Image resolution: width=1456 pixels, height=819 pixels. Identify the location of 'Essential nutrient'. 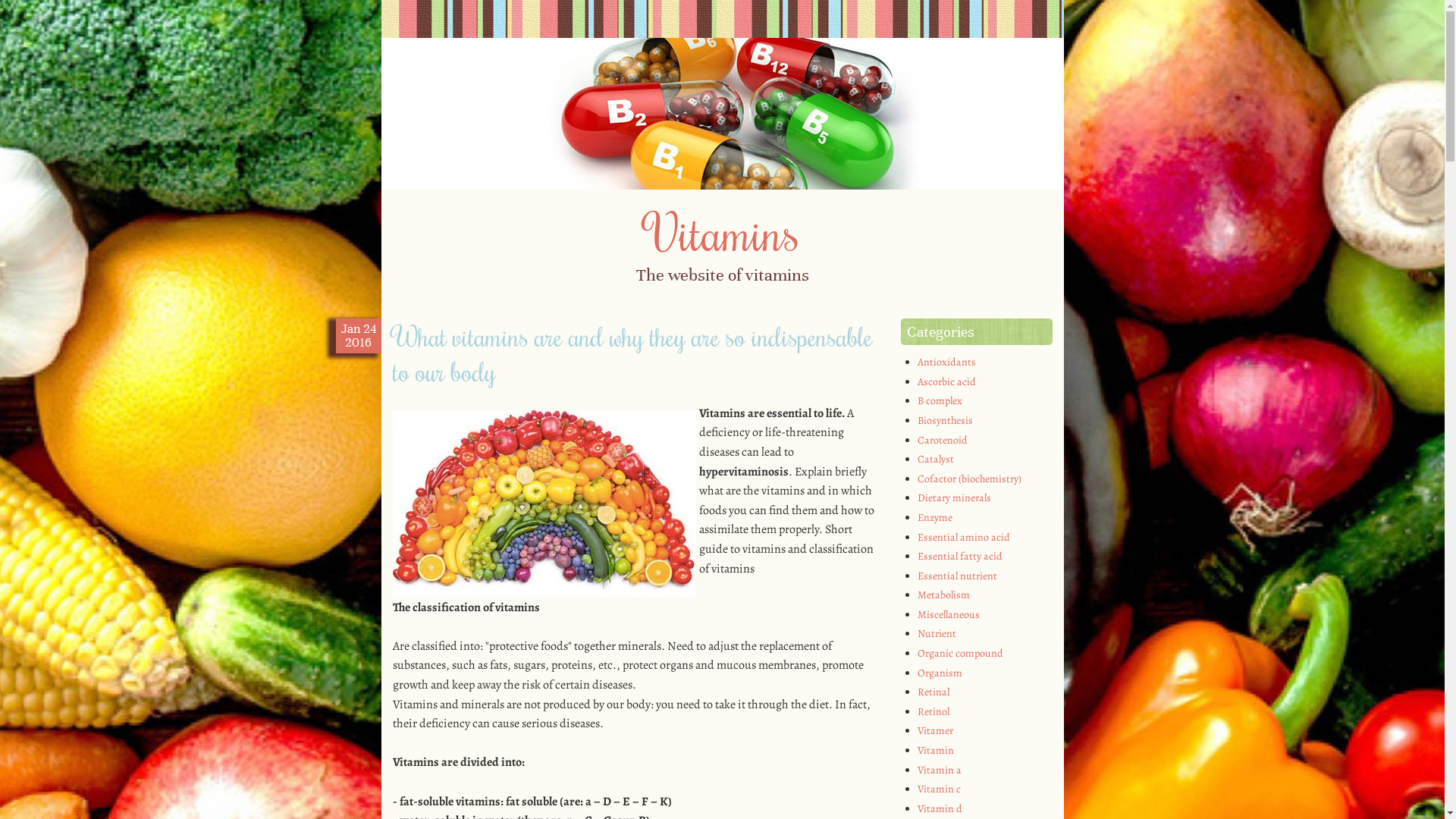
(956, 576).